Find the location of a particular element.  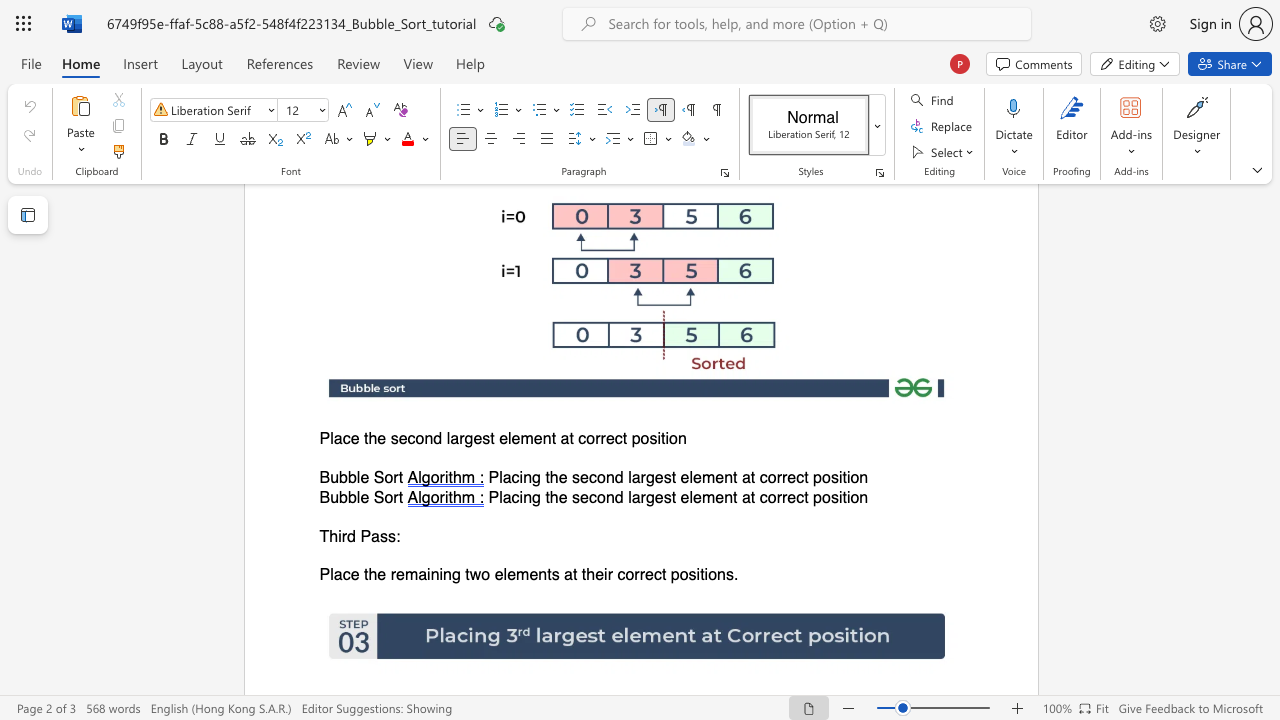

the space between the continuous character "o" and "r" in the text is located at coordinates (392, 496).